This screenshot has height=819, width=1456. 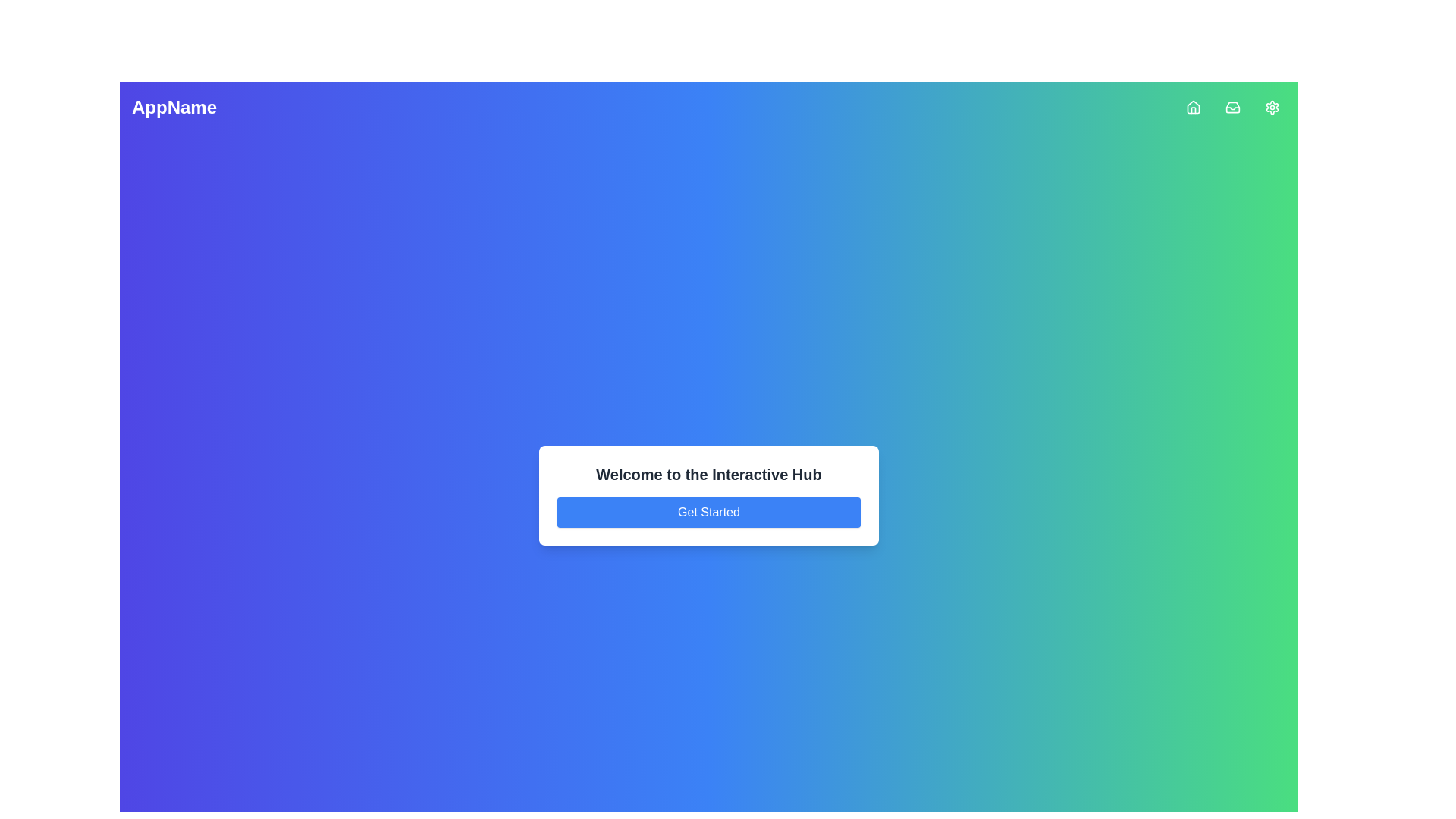 What do you see at coordinates (1233, 107) in the screenshot?
I see `the inbox icon located in the top-right corner of the interface` at bounding box center [1233, 107].